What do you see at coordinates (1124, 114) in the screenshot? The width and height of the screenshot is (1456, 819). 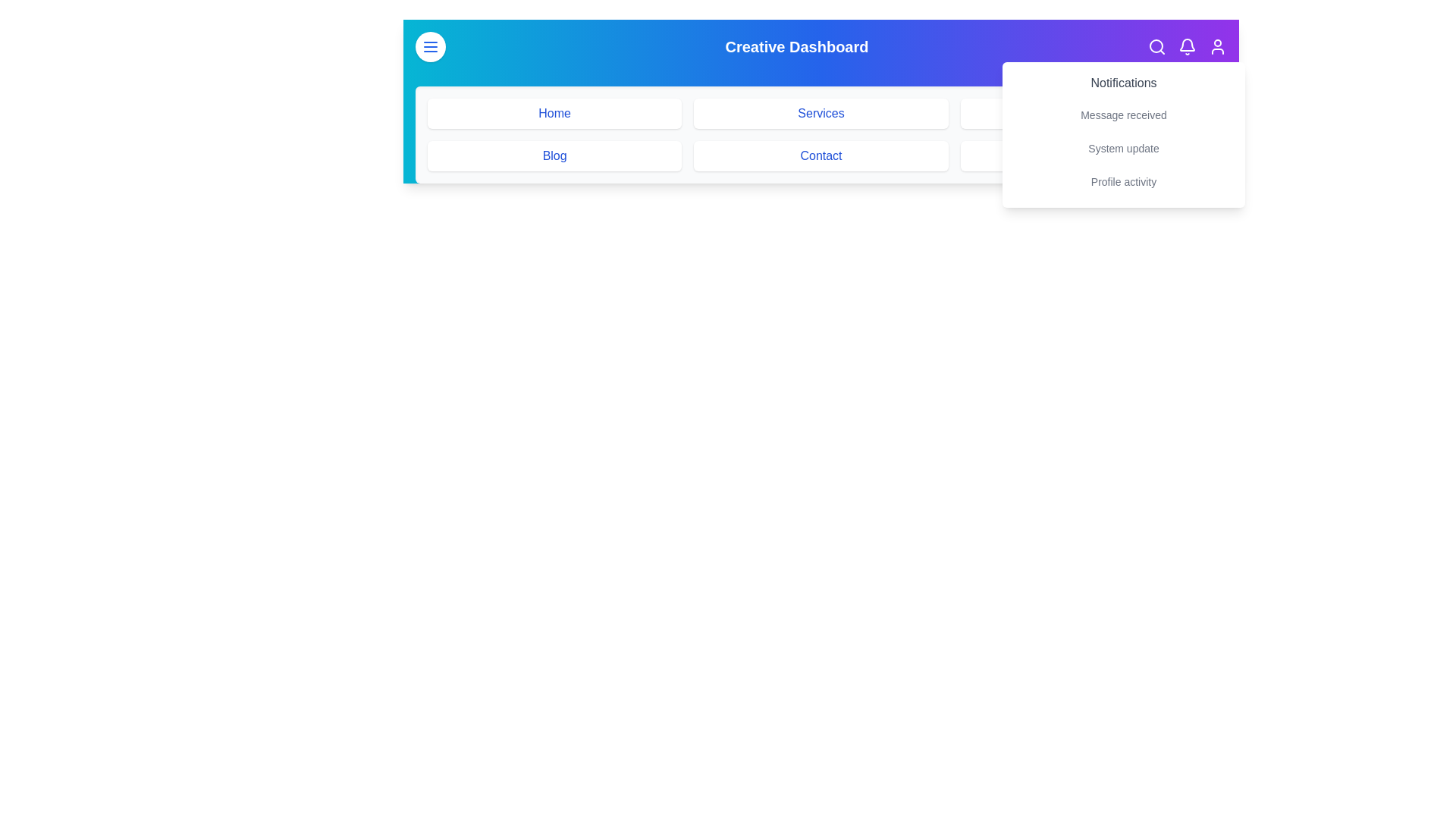 I see `the notification item 'Message received' from the list in the notifications panel` at bounding box center [1124, 114].